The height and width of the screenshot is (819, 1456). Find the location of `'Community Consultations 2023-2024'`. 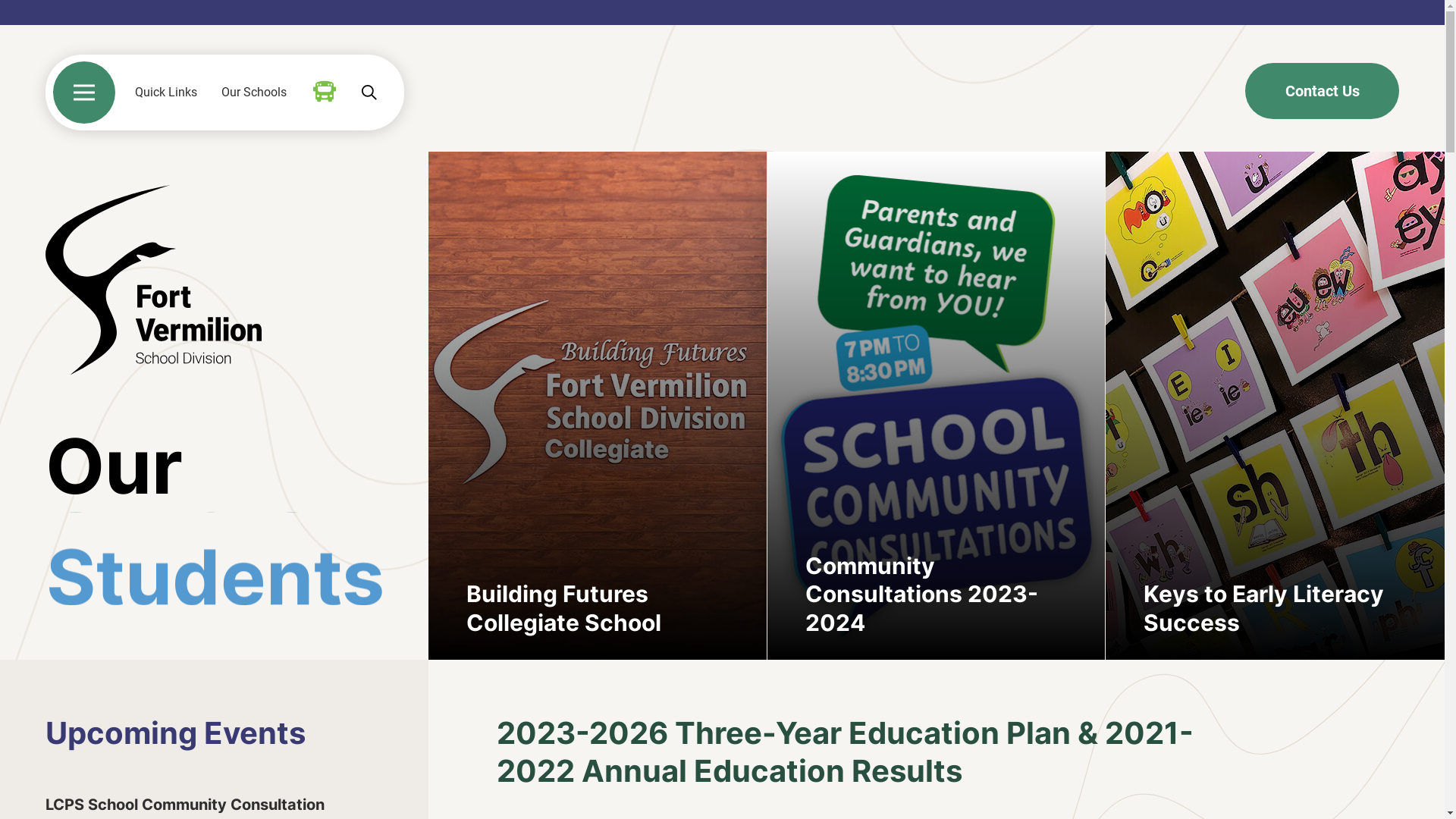

'Community Consultations 2023-2024' is located at coordinates (935, 405).